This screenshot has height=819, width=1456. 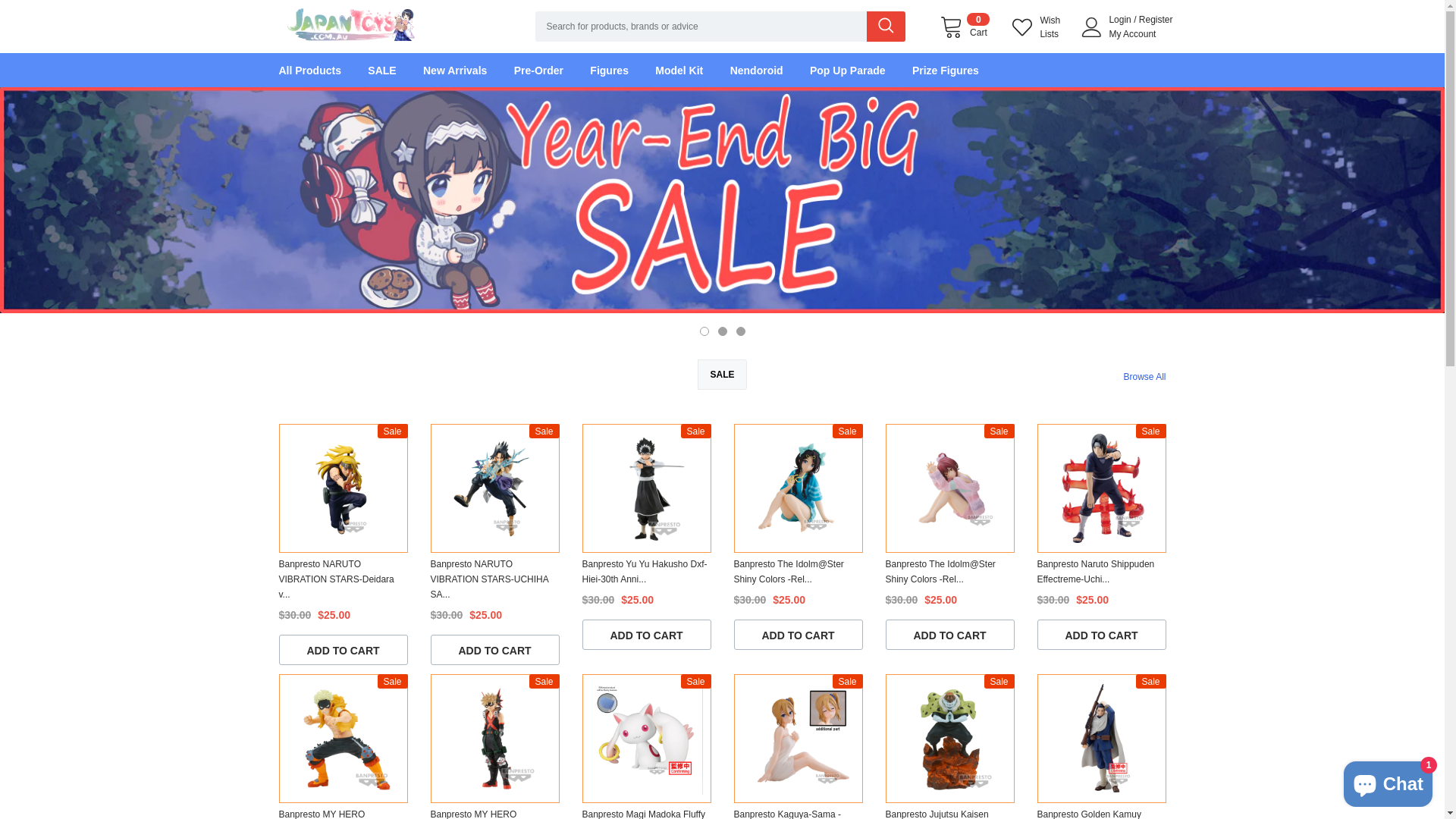 I want to click on 'Figures', so click(x=621, y=70).